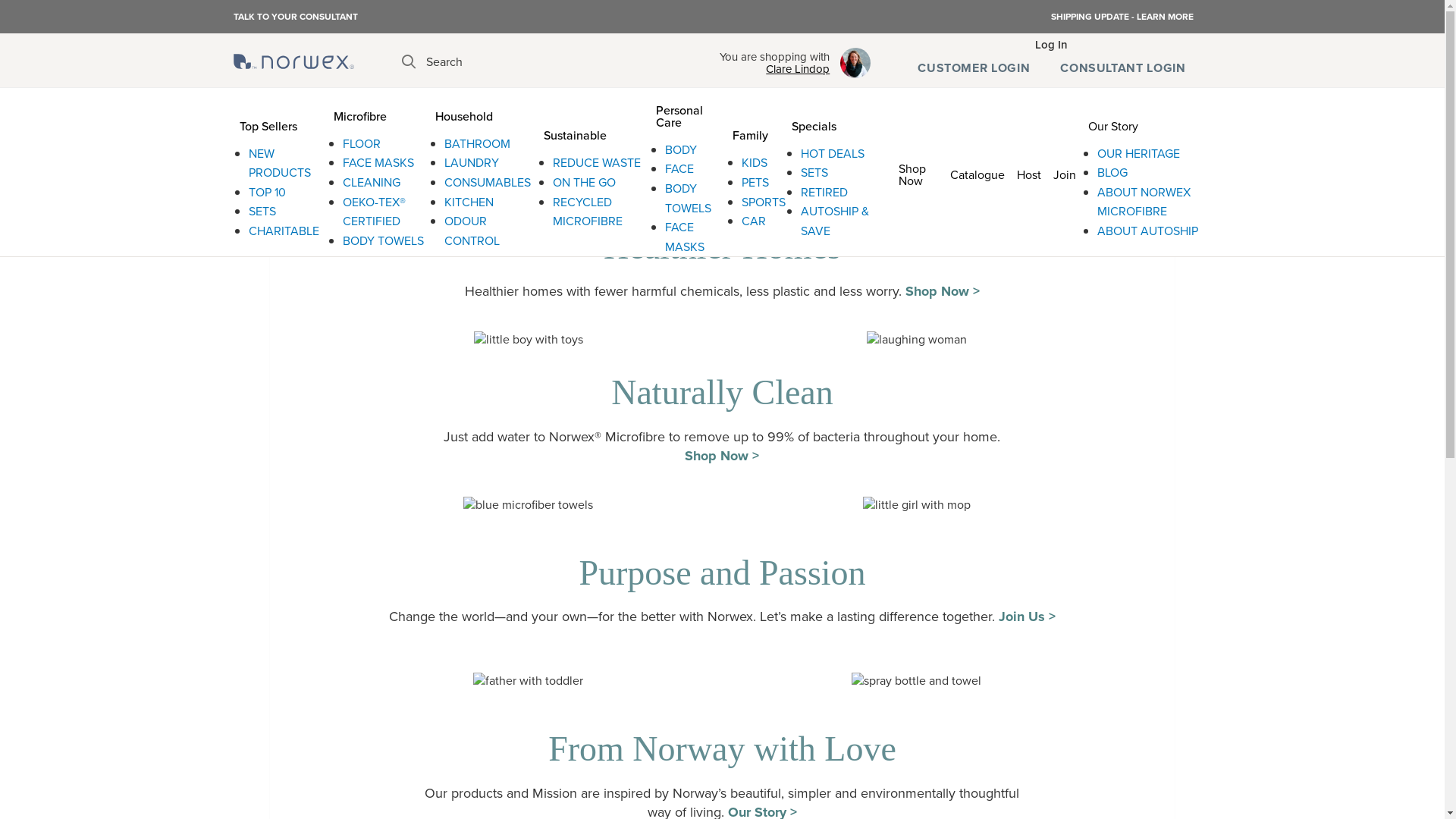  What do you see at coordinates (742, 162) in the screenshot?
I see `'KIDS'` at bounding box center [742, 162].